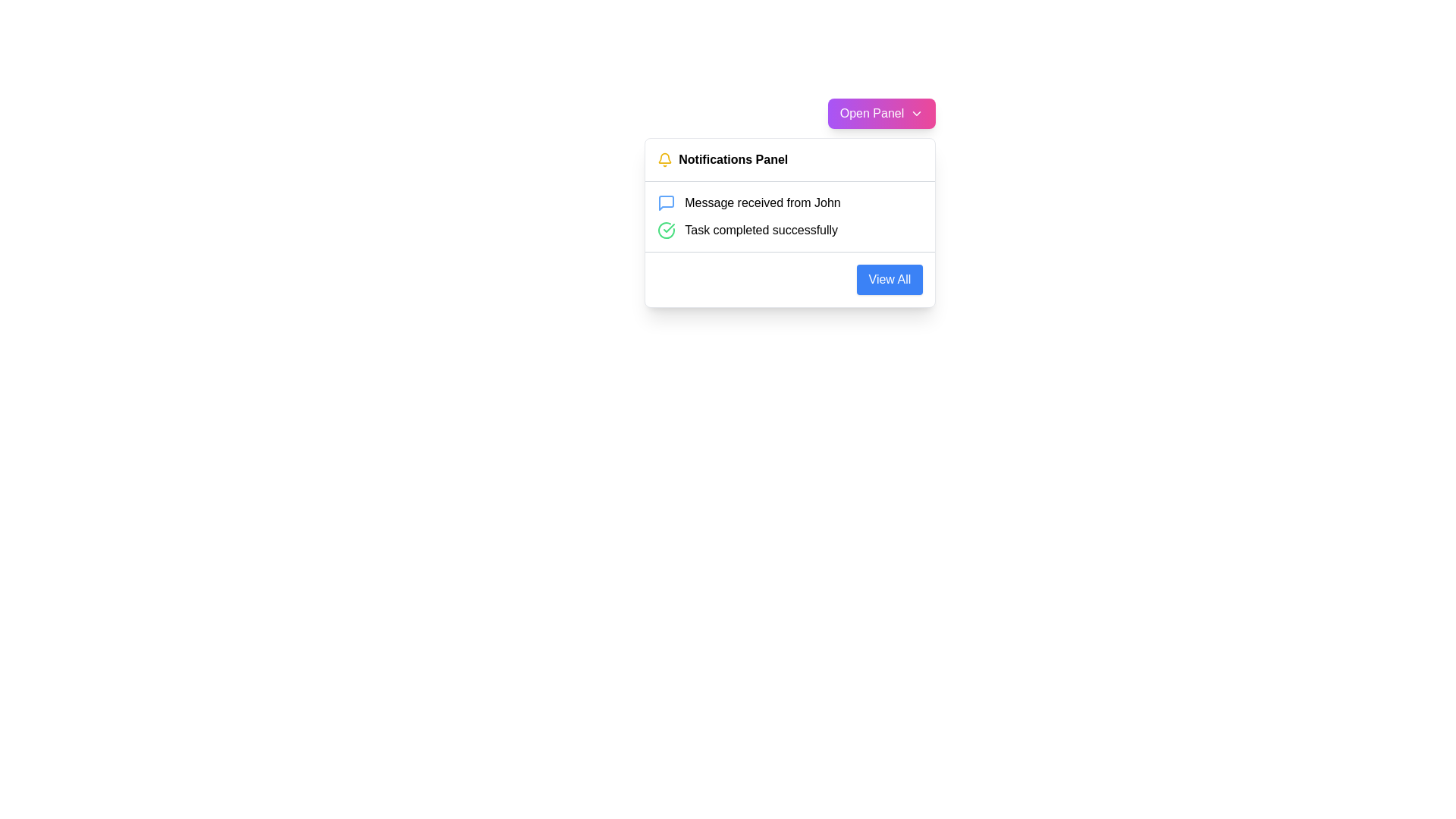  What do you see at coordinates (789, 222) in the screenshot?
I see `the notification dropdown panel items` at bounding box center [789, 222].